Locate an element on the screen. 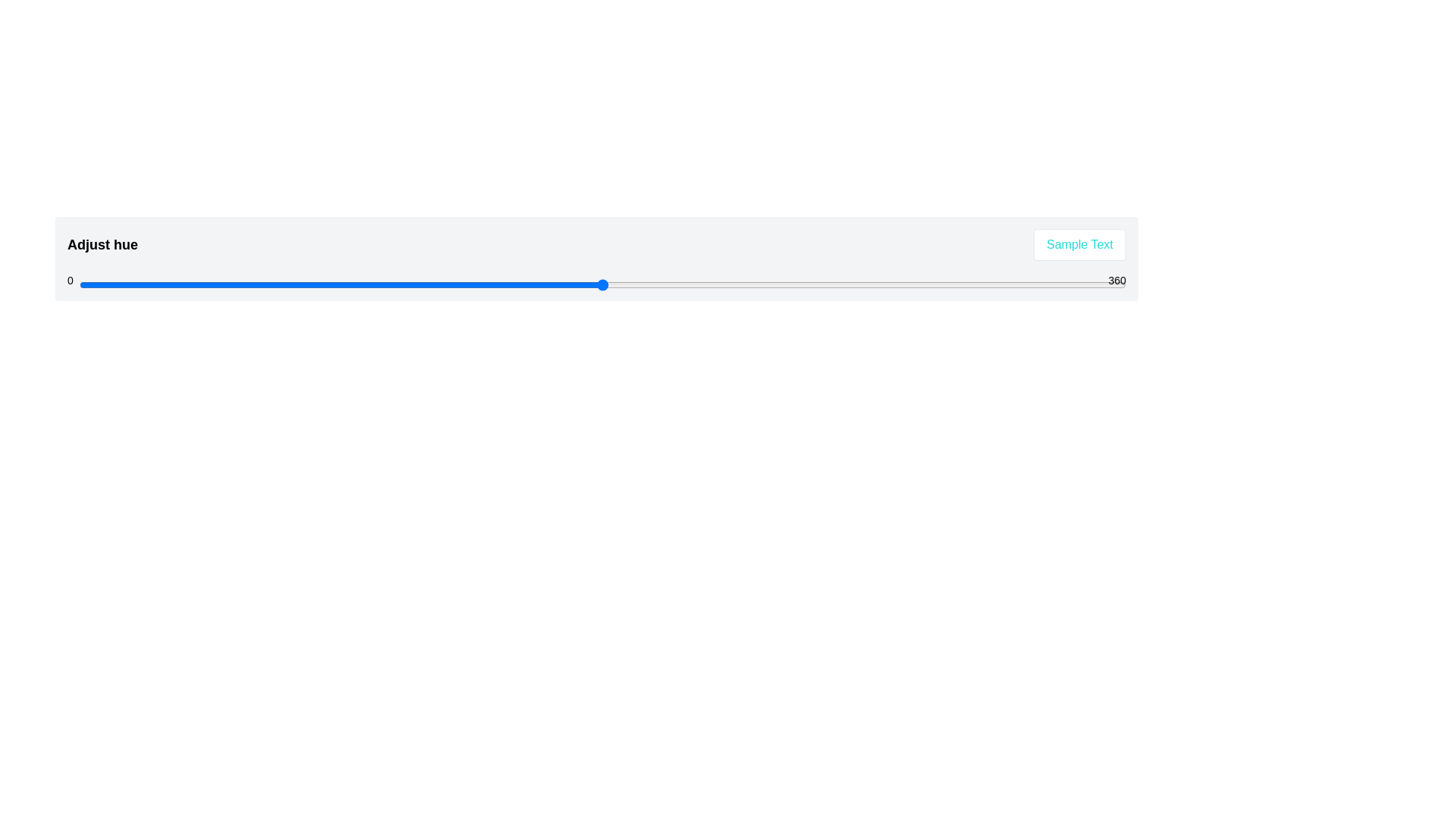  the hue slider to set the hue value to 329 is located at coordinates (1035, 284).